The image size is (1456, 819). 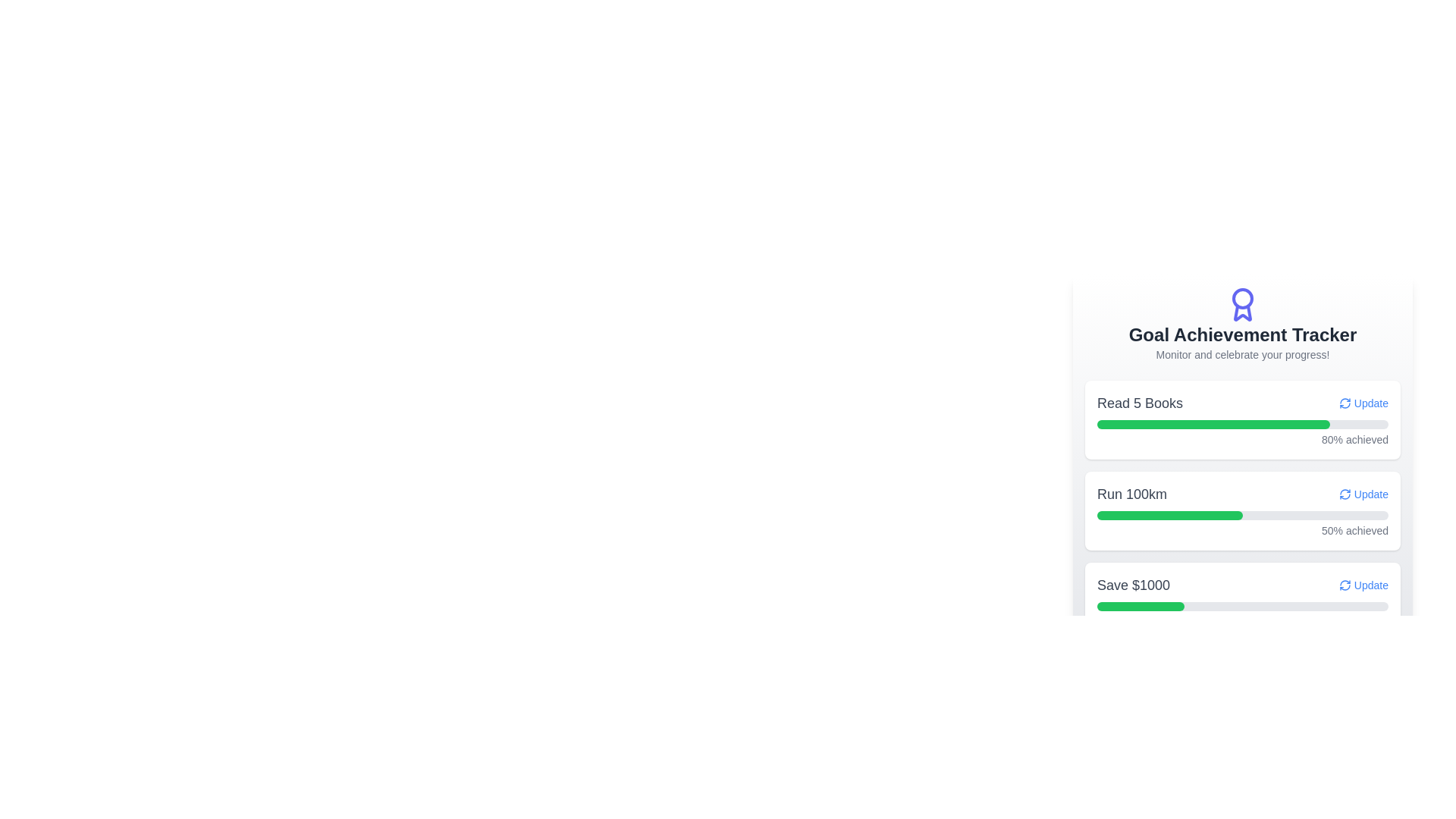 I want to click on the circular refresh icon styled with a blue line, located to the immediate right of the 'Update' text in the first achievement entry titled 'Read 5 Books', to initiate the update action, so click(x=1345, y=403).